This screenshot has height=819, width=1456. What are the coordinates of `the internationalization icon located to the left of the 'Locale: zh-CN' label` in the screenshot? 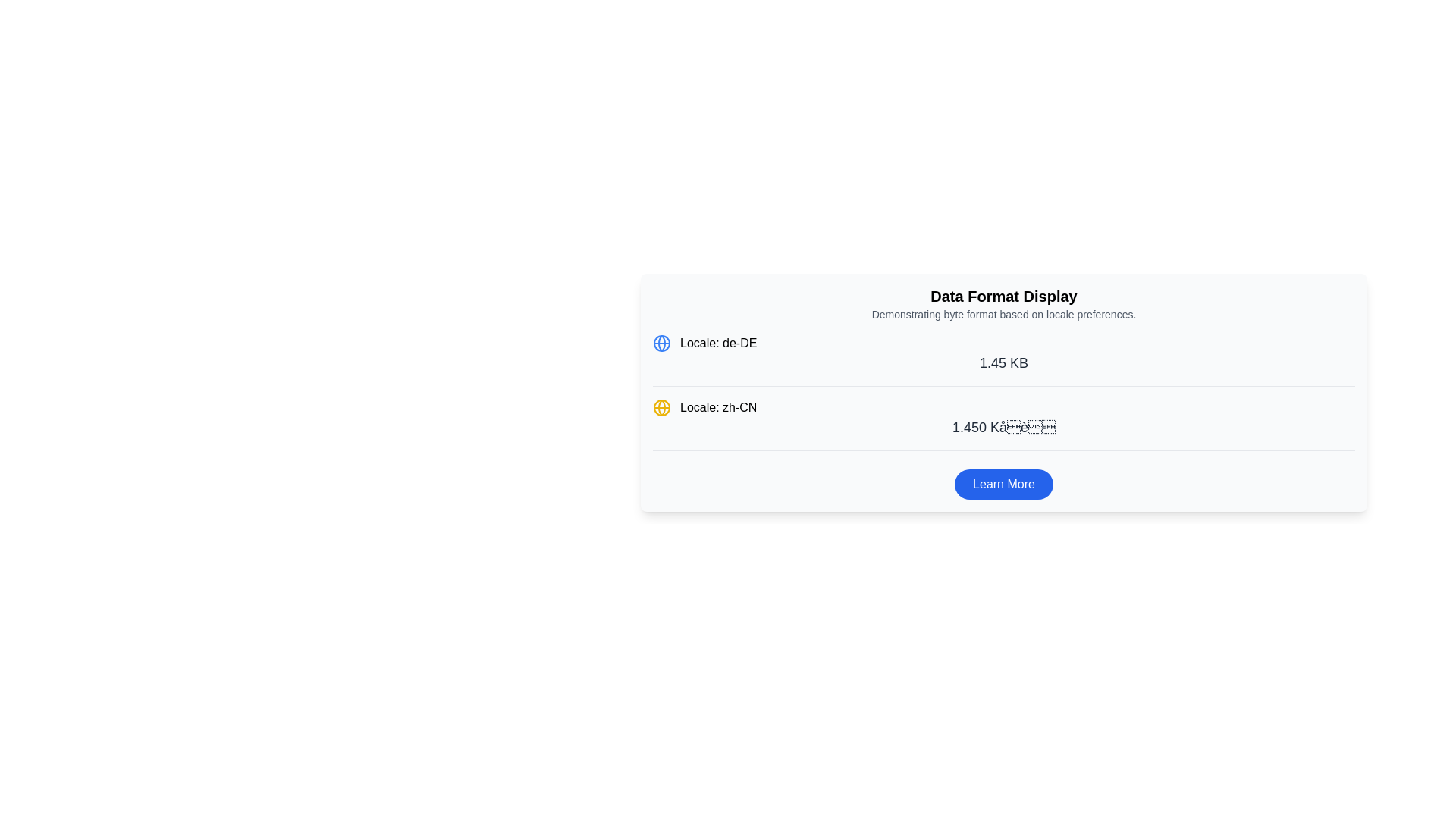 It's located at (662, 406).